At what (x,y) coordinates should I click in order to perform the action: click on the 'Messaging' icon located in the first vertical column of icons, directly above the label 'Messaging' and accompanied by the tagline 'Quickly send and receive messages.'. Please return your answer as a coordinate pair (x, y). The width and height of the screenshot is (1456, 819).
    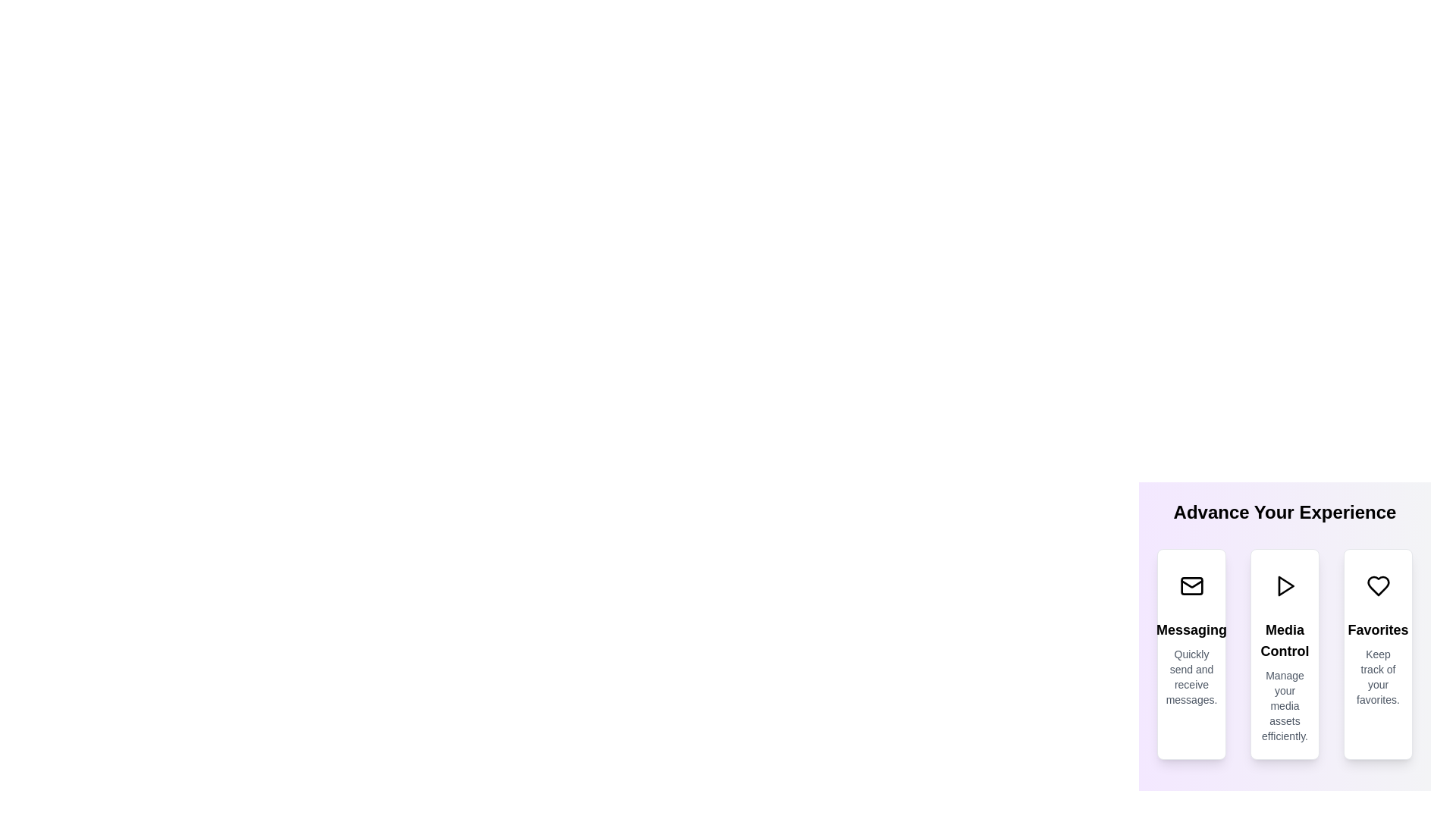
    Looking at the image, I should click on (1191, 585).